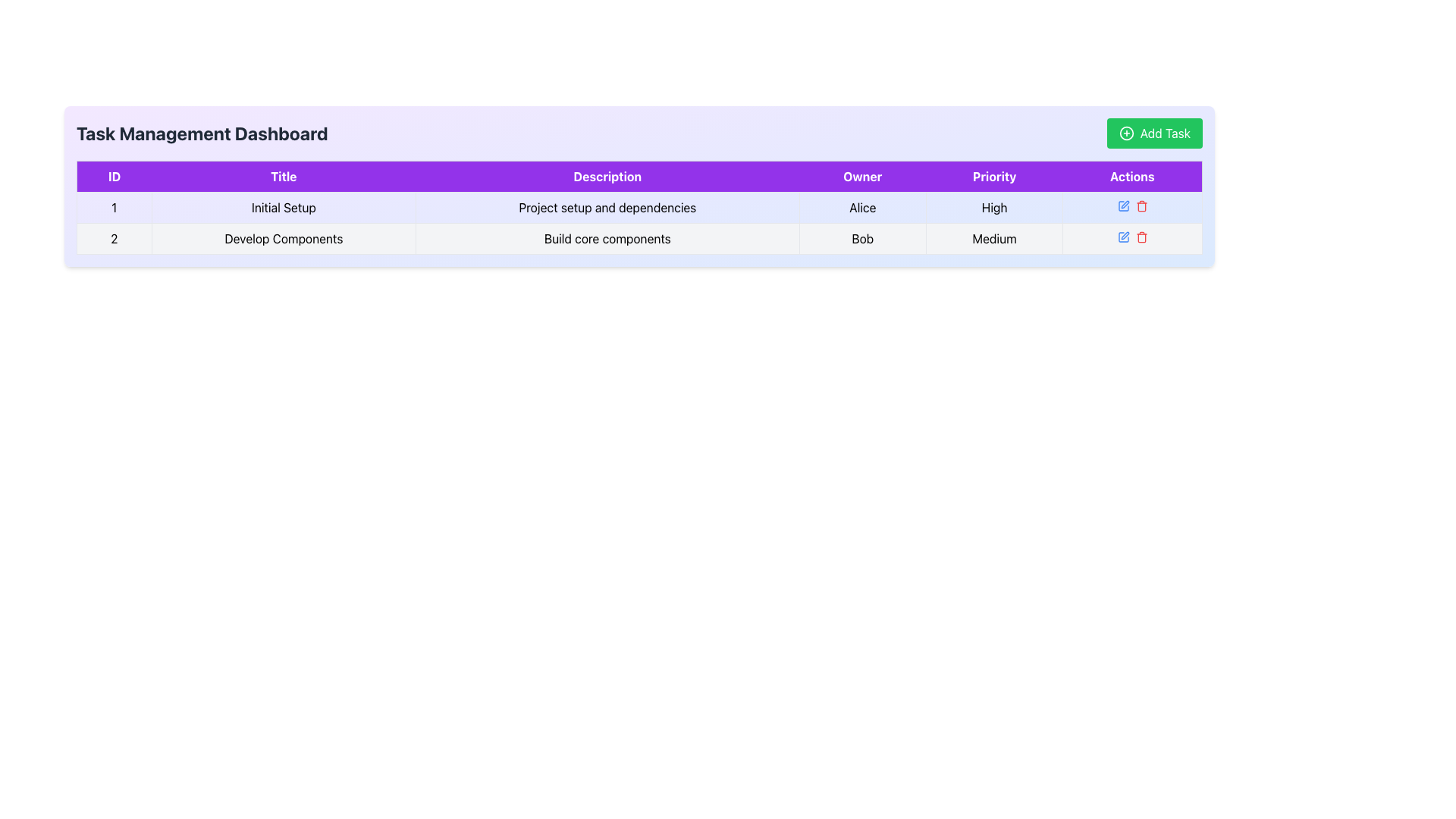 This screenshot has width=1456, height=819. What do you see at coordinates (113, 207) in the screenshot?
I see `the first cell in the 'ID' column of the table, which serves as the unique identifier for the first item` at bounding box center [113, 207].